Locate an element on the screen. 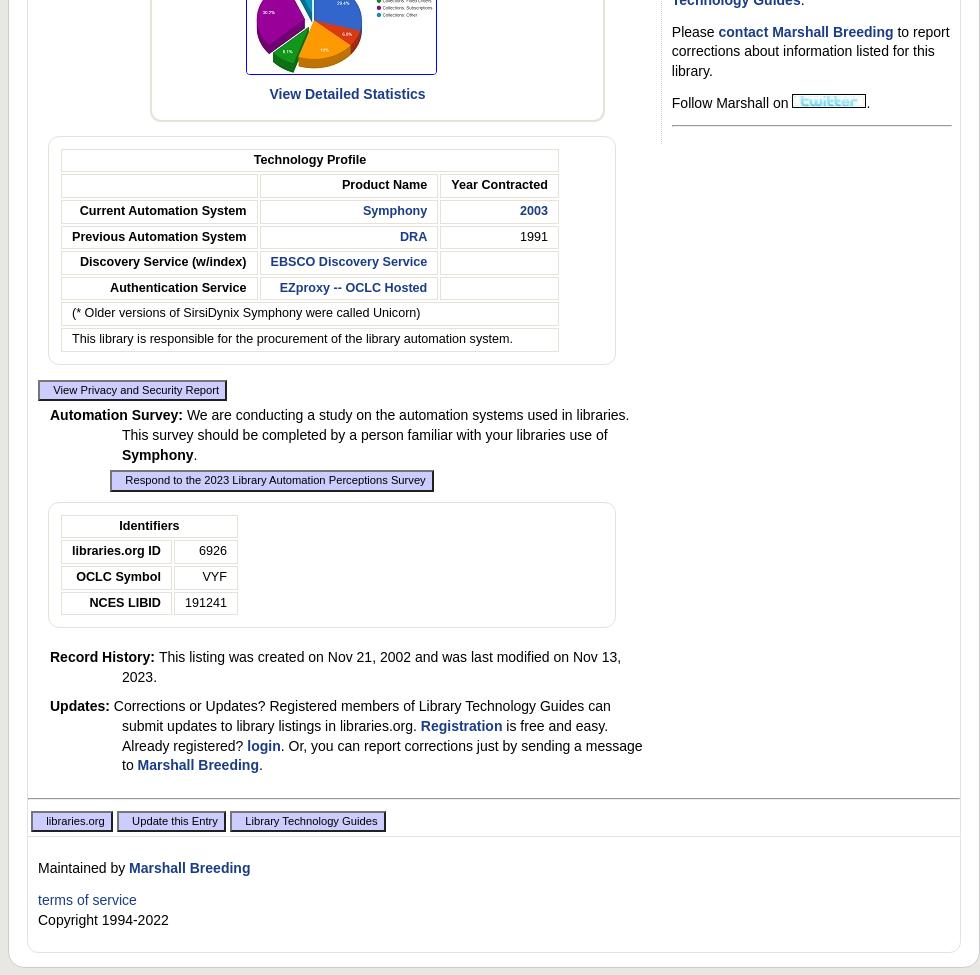 The width and height of the screenshot is (980, 975). 'Please' is located at coordinates (694, 31).